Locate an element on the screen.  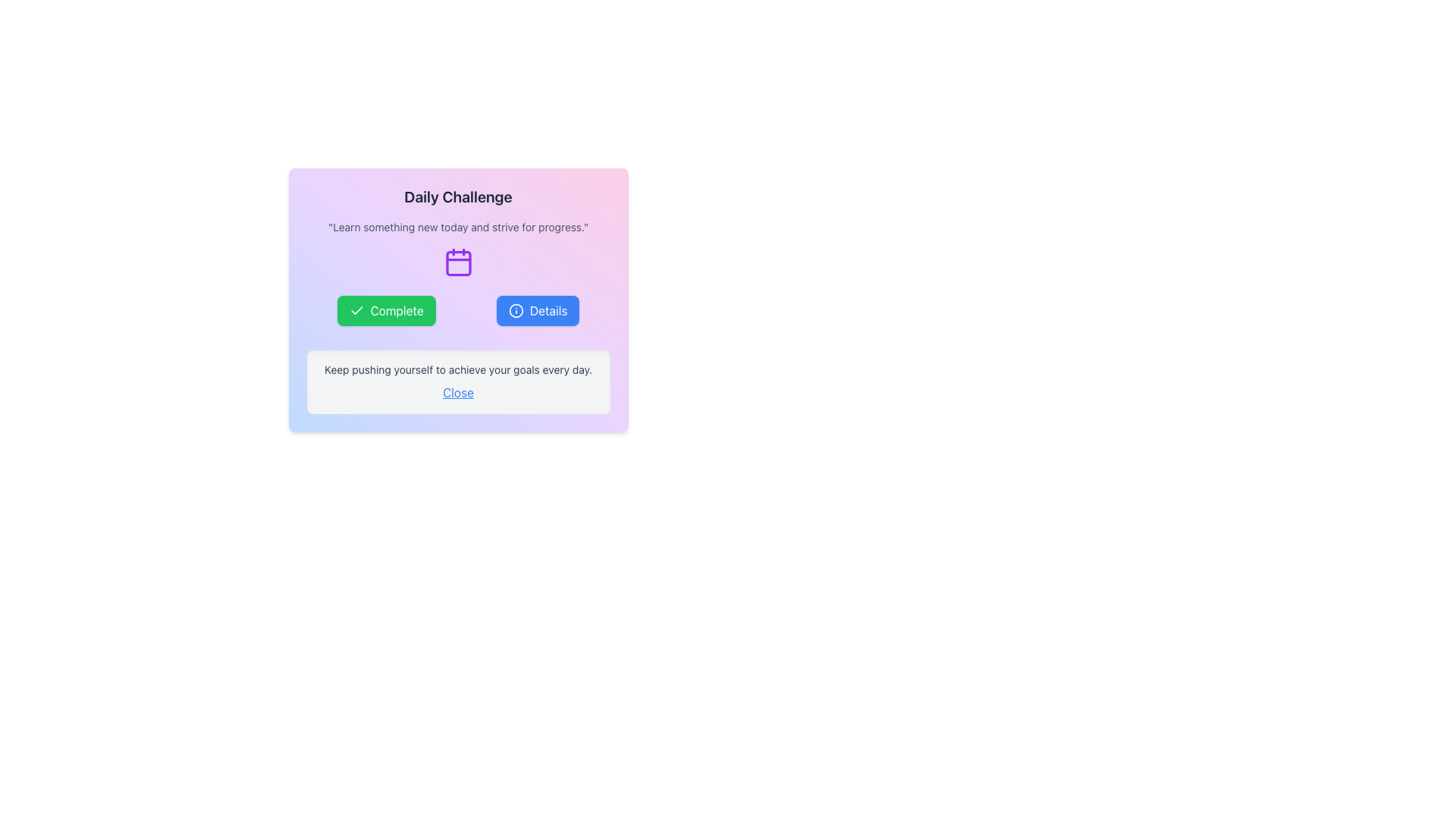
the text label displaying the motivational phrase 'Keep pushing yourself to achieve your goals every day.' which is located above the clickable 'Close' link is located at coordinates (457, 370).